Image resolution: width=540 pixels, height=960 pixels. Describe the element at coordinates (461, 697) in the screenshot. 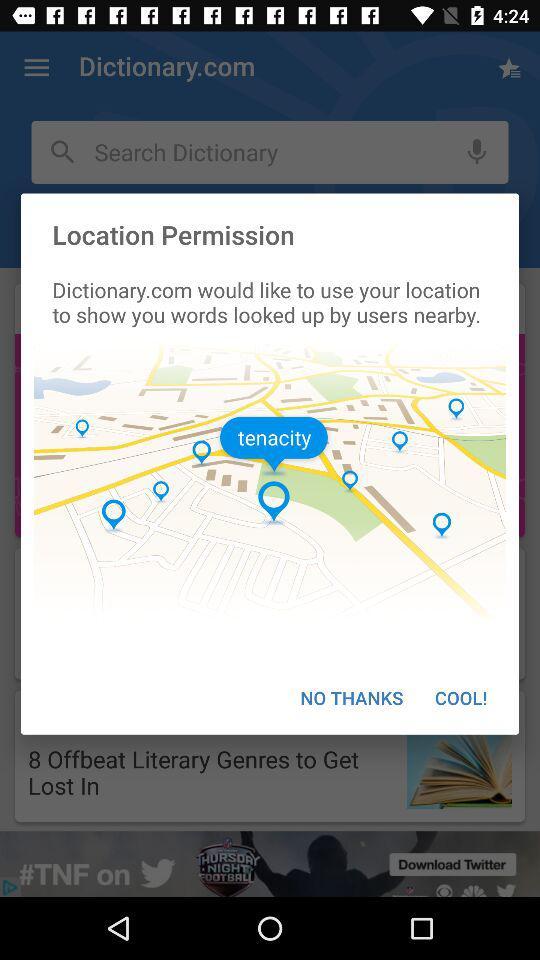

I see `the item next to no thanks` at that location.